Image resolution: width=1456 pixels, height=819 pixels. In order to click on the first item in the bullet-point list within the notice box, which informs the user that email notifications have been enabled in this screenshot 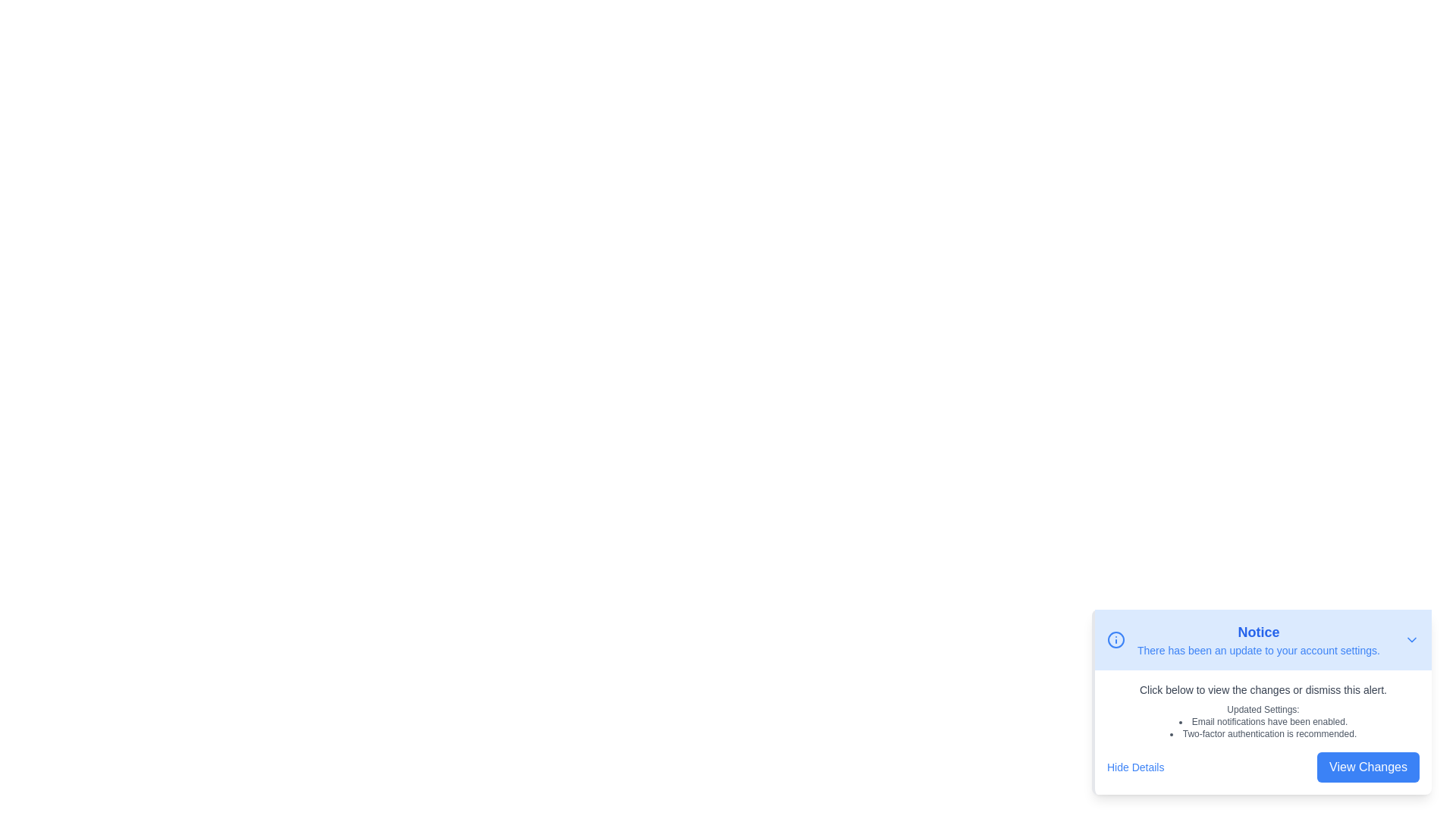, I will do `click(1263, 721)`.